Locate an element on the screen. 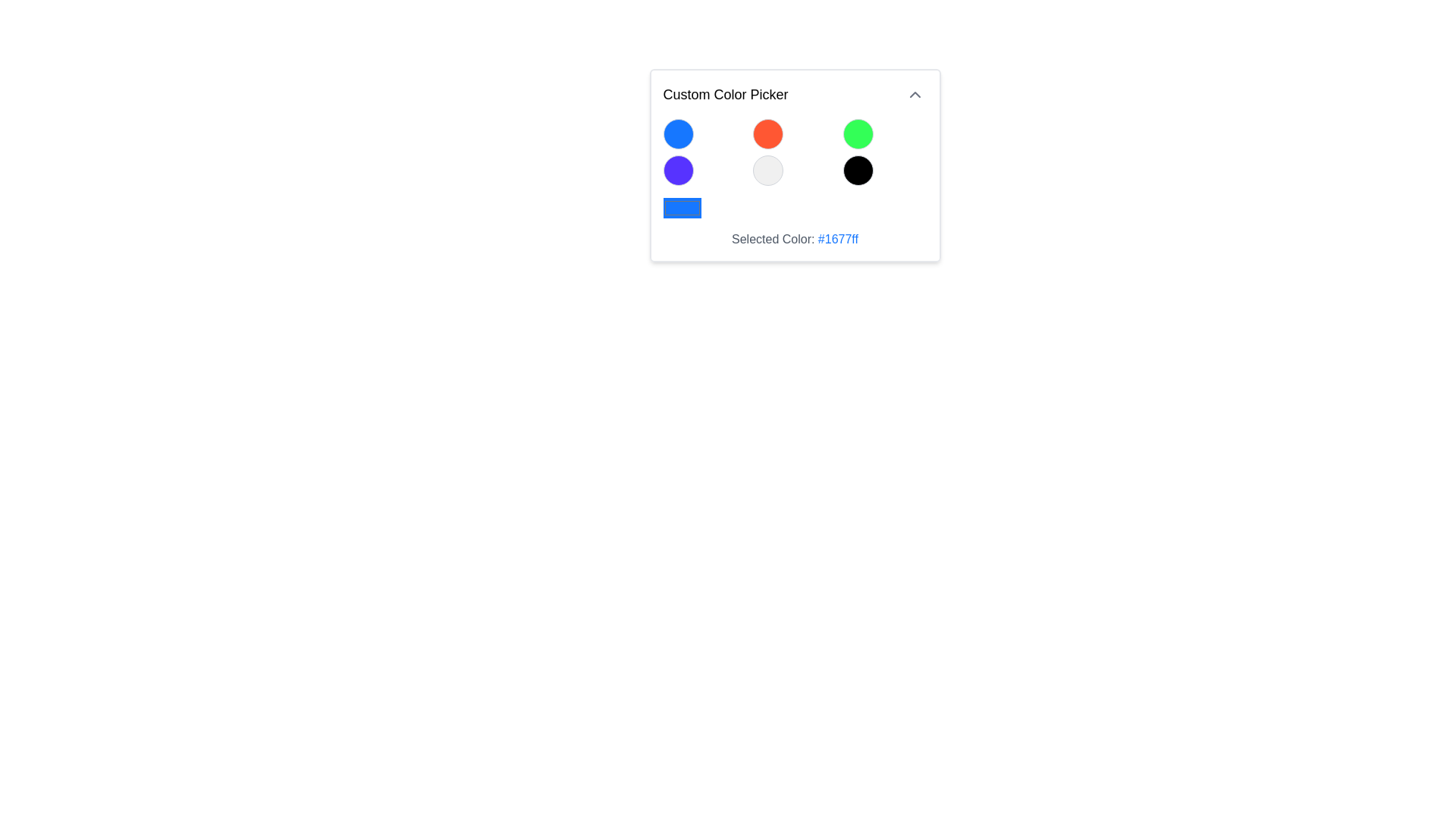 The height and width of the screenshot is (819, 1456). text value from the Text Label displaying the currently selected color code, which is located below the 'Selected Color:' descriptive text is located at coordinates (837, 239).